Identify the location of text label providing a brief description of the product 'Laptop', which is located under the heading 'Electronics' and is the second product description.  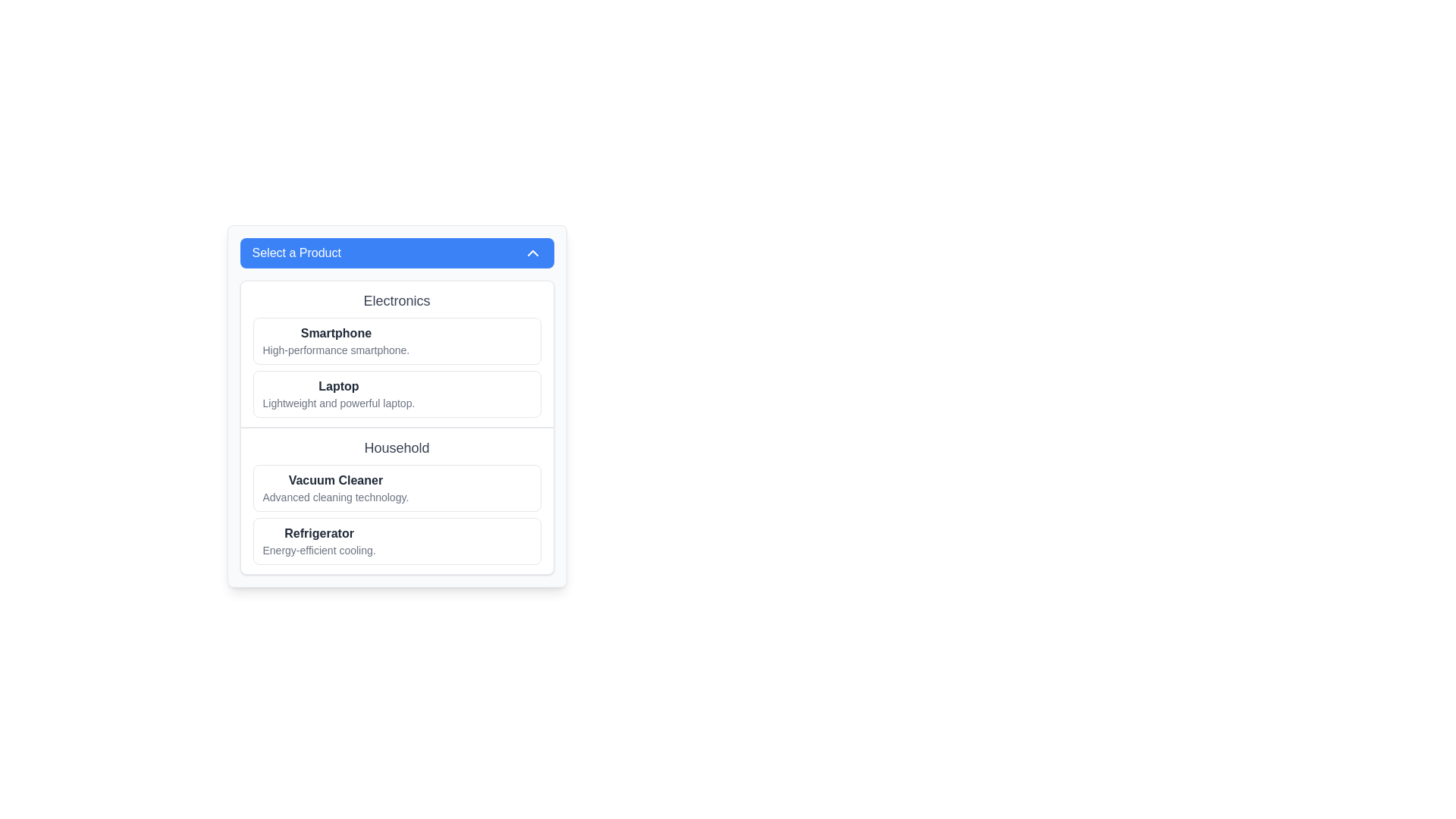
(337, 403).